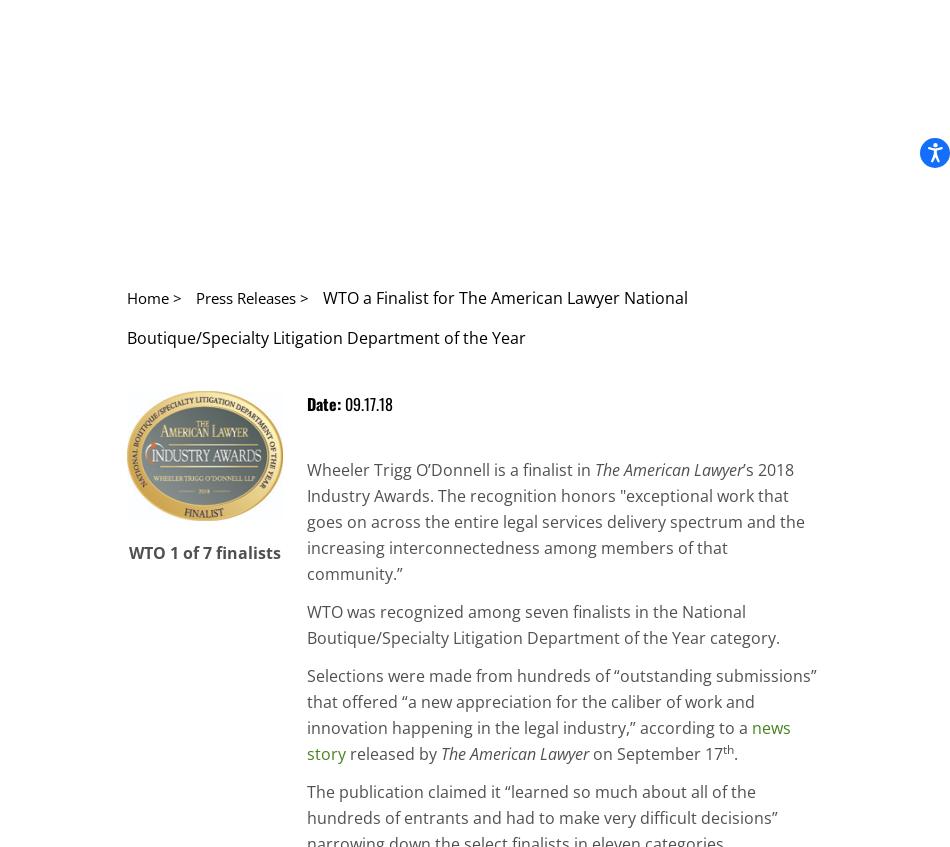 This screenshot has width=950, height=847. Describe the element at coordinates (325, 403) in the screenshot. I see `'Date:'` at that location.